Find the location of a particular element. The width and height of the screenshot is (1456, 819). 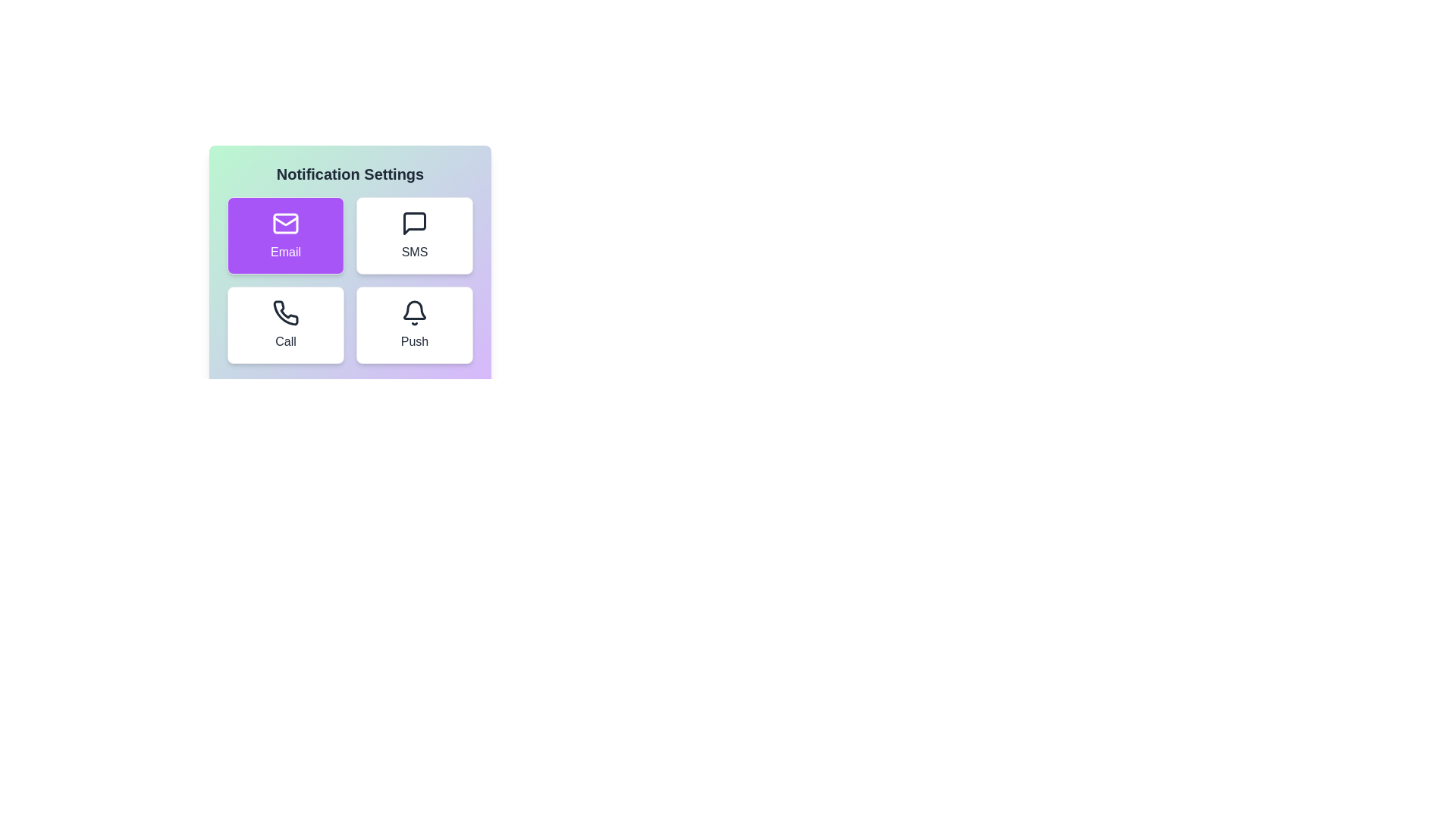

the Push notification button to observe the hover effect is located at coordinates (415, 324).